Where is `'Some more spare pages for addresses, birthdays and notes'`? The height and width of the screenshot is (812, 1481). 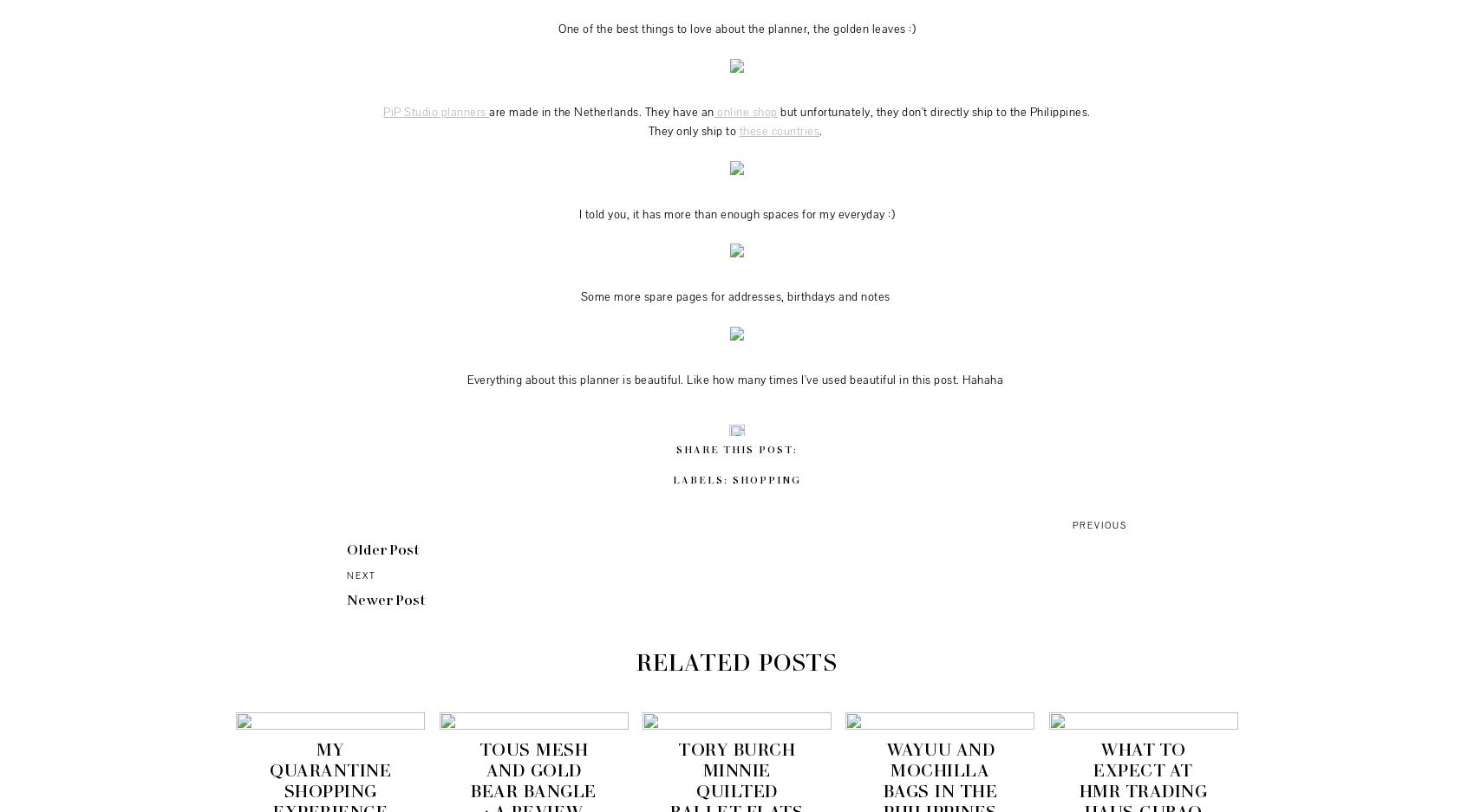
'Some more spare pages for addresses, birthdays and notes' is located at coordinates (736, 297).